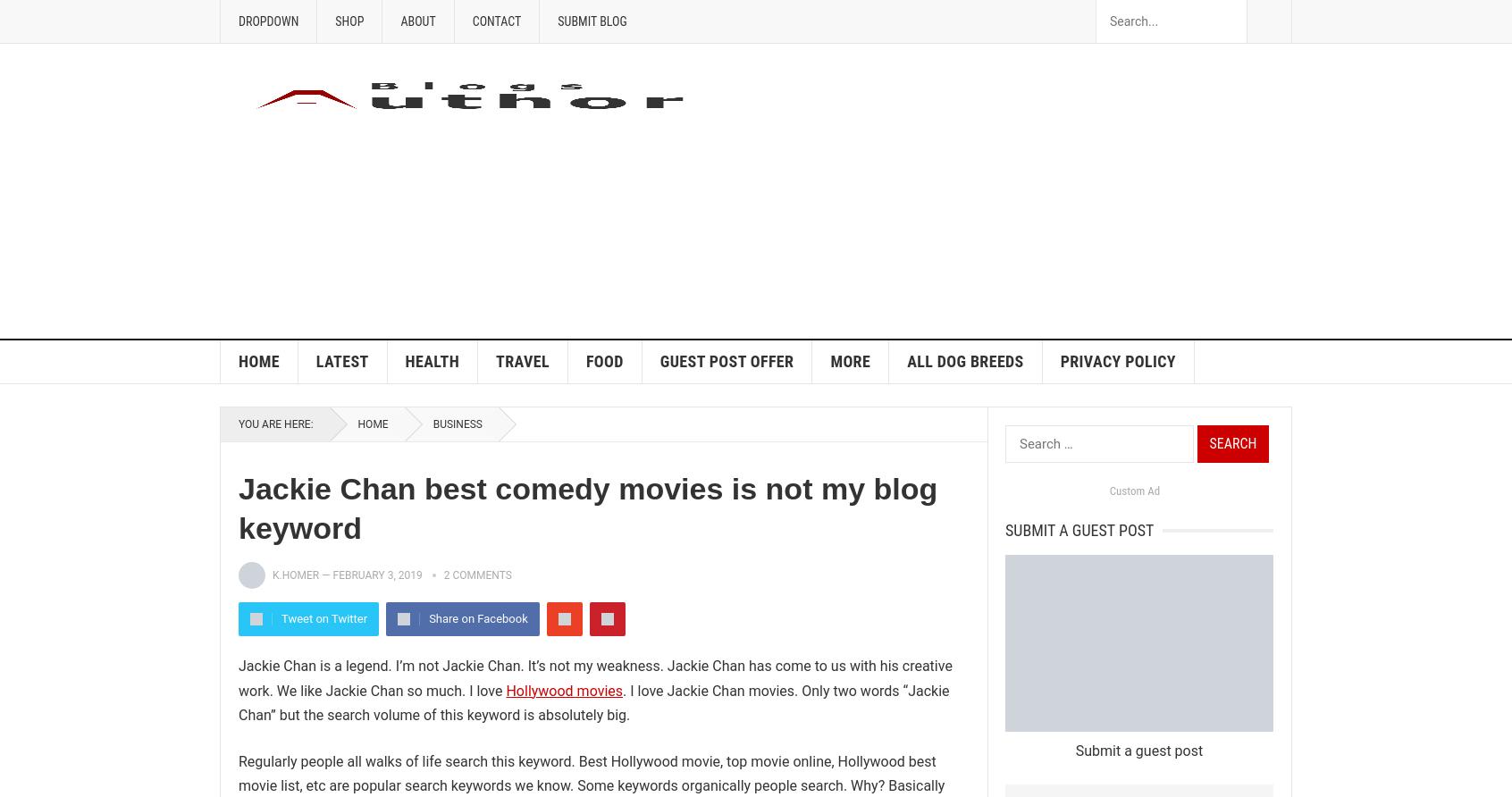 This screenshot has height=797, width=1512. What do you see at coordinates (281, 618) in the screenshot?
I see `'Tweet on Twitter'` at bounding box center [281, 618].